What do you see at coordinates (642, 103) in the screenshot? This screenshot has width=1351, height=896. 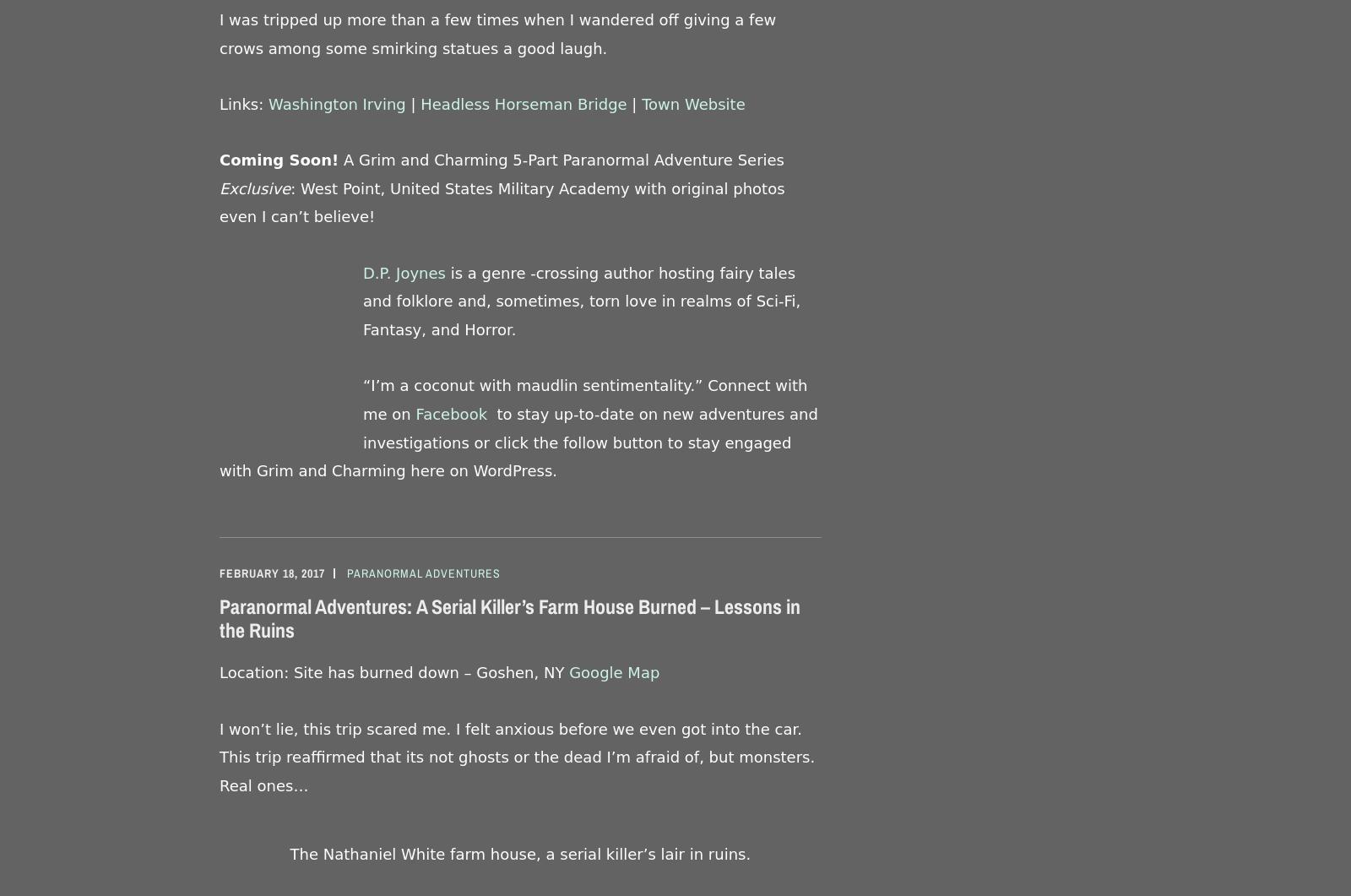 I see `'Town Website'` at bounding box center [642, 103].